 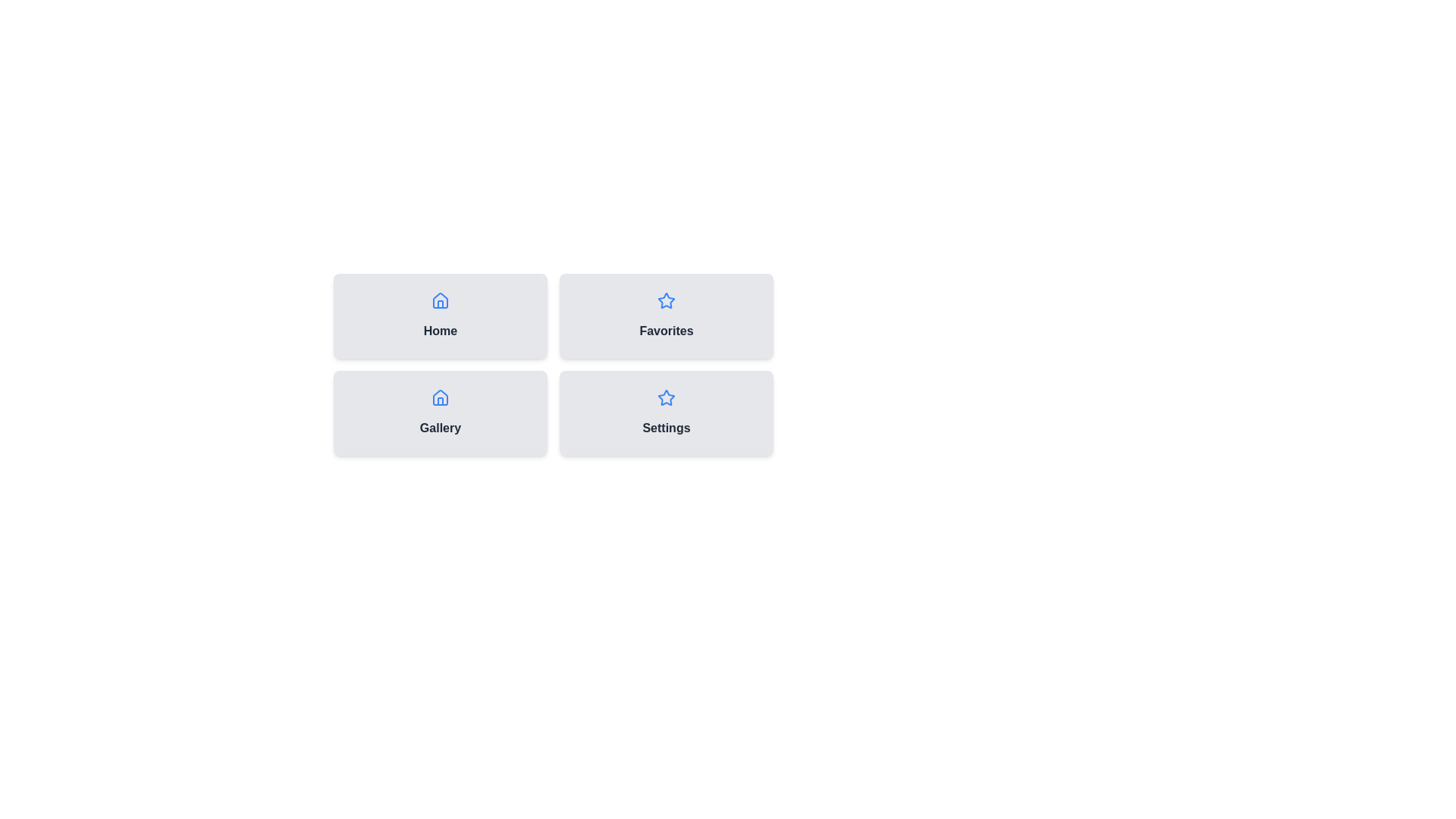 What do you see at coordinates (439, 300) in the screenshot?
I see `the blue house icon located in the upper-left button labeled 'Home' in the grid layout of four buttons` at bounding box center [439, 300].